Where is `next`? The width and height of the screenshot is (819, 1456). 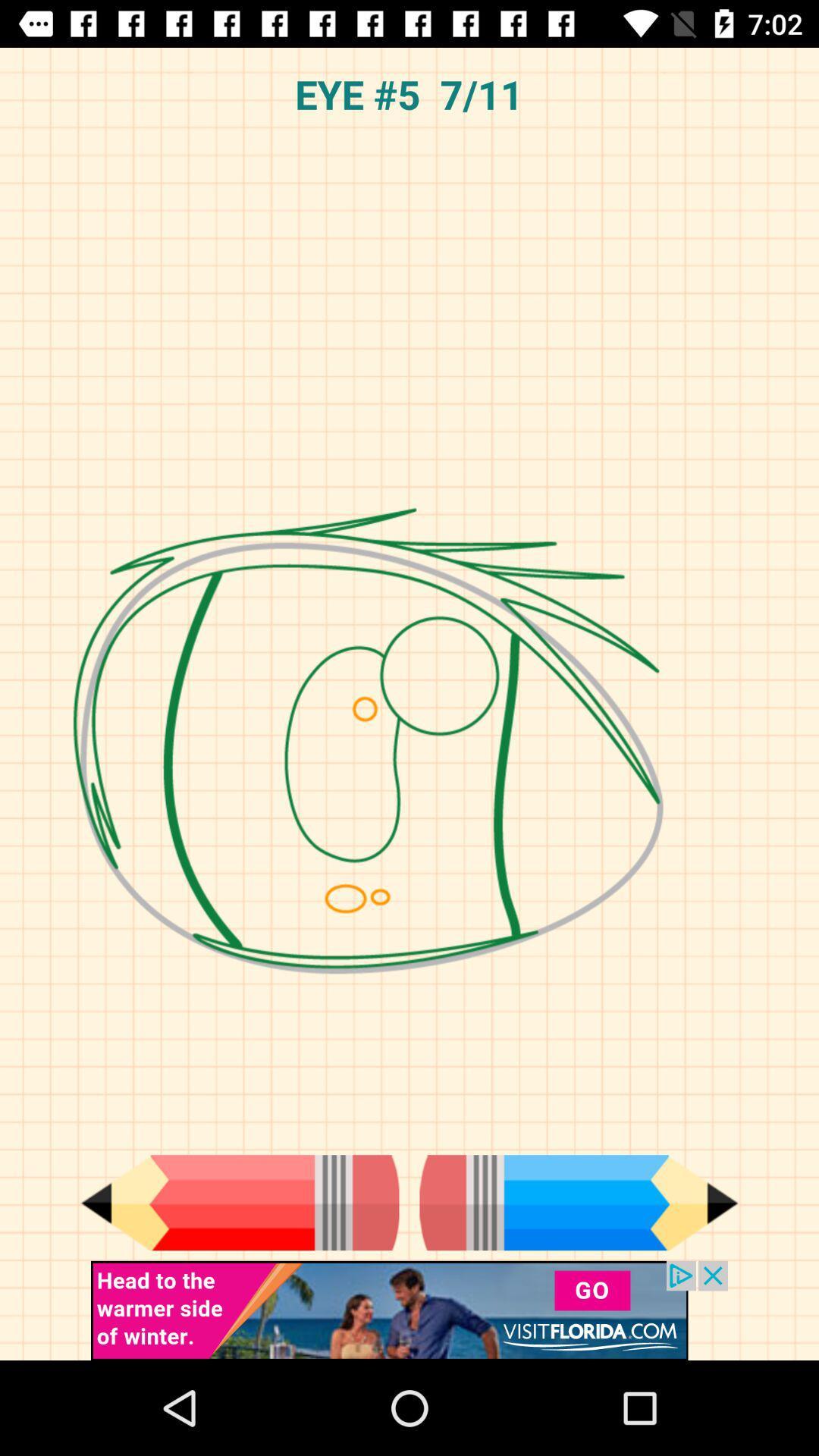
next is located at coordinates (579, 1202).